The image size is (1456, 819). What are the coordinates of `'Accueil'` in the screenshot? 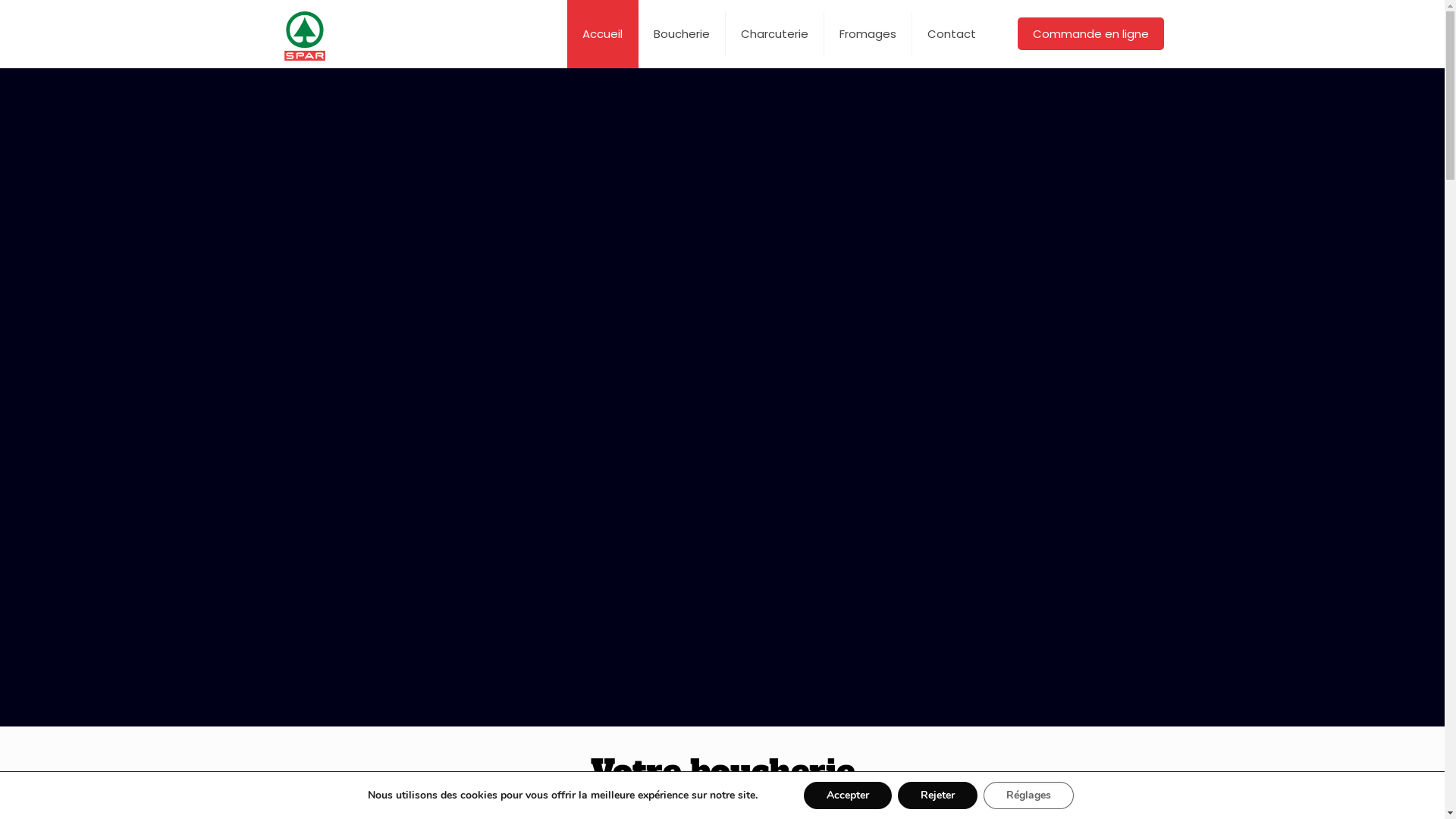 It's located at (602, 34).